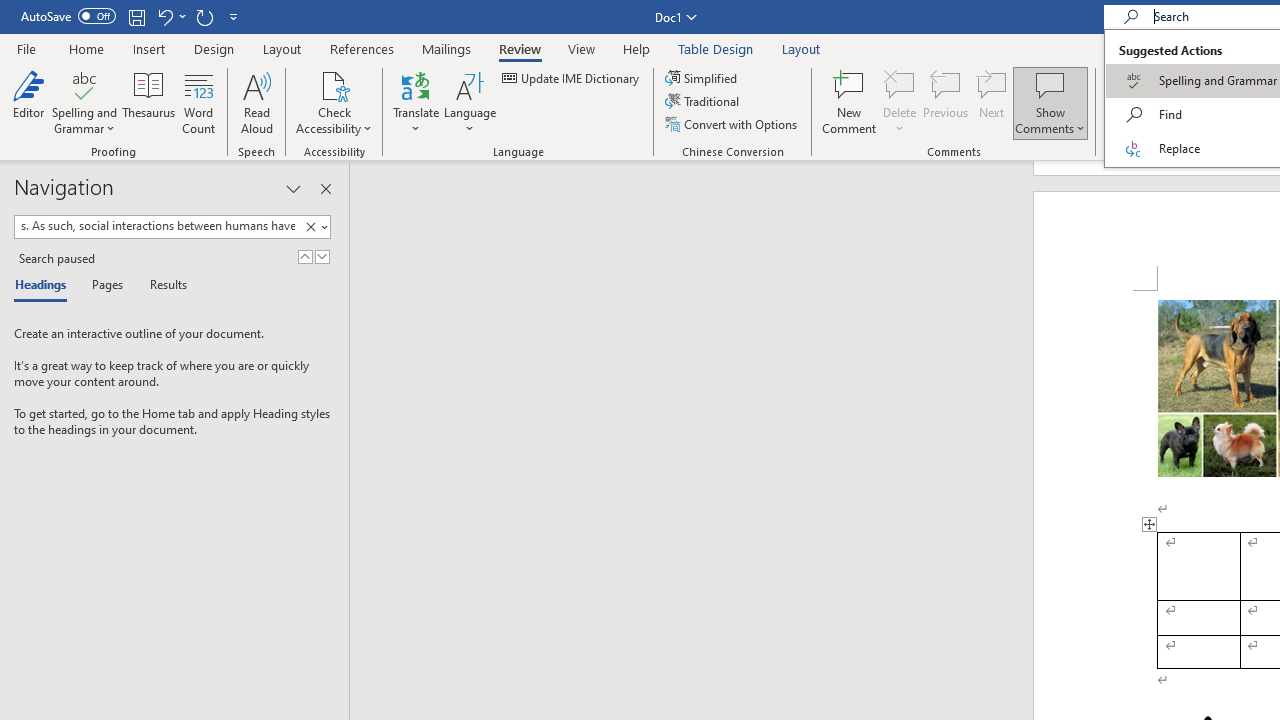 The image size is (1280, 720). Describe the element at coordinates (992, 103) in the screenshot. I see `'Next'` at that location.